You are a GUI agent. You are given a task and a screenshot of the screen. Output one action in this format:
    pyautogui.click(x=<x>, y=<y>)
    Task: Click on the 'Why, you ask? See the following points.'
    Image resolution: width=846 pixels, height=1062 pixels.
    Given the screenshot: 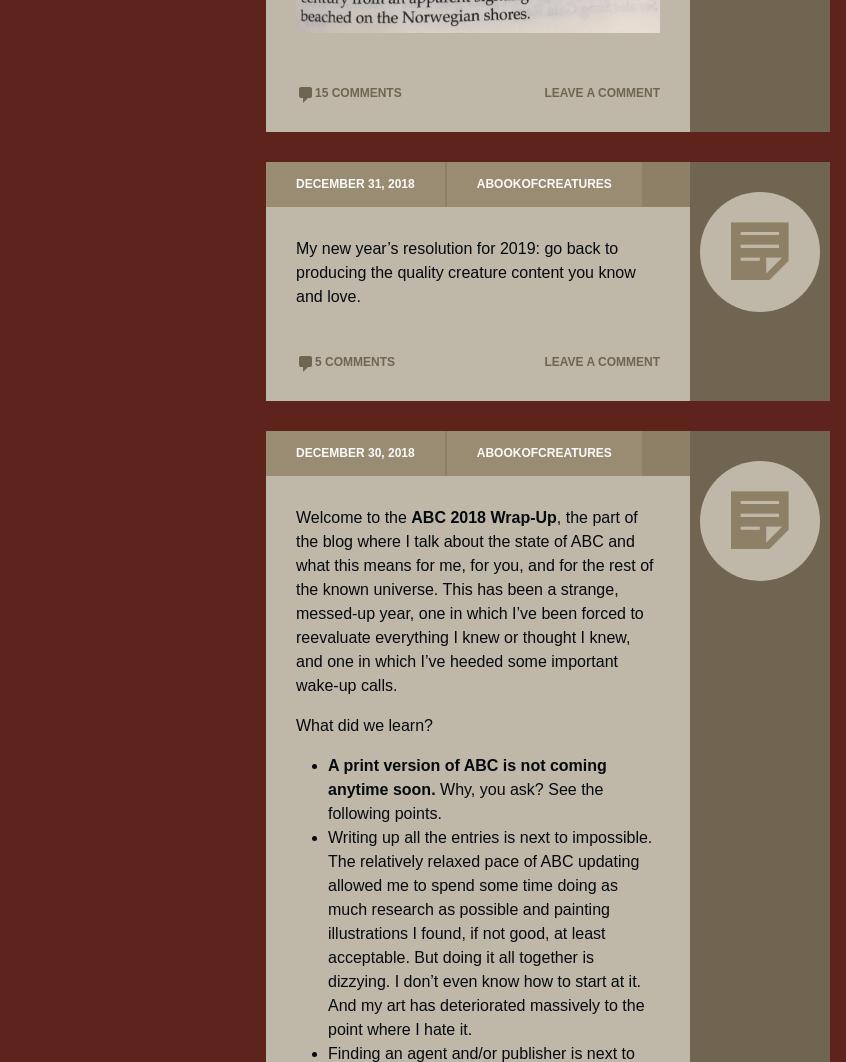 What is the action you would take?
    pyautogui.click(x=464, y=800)
    